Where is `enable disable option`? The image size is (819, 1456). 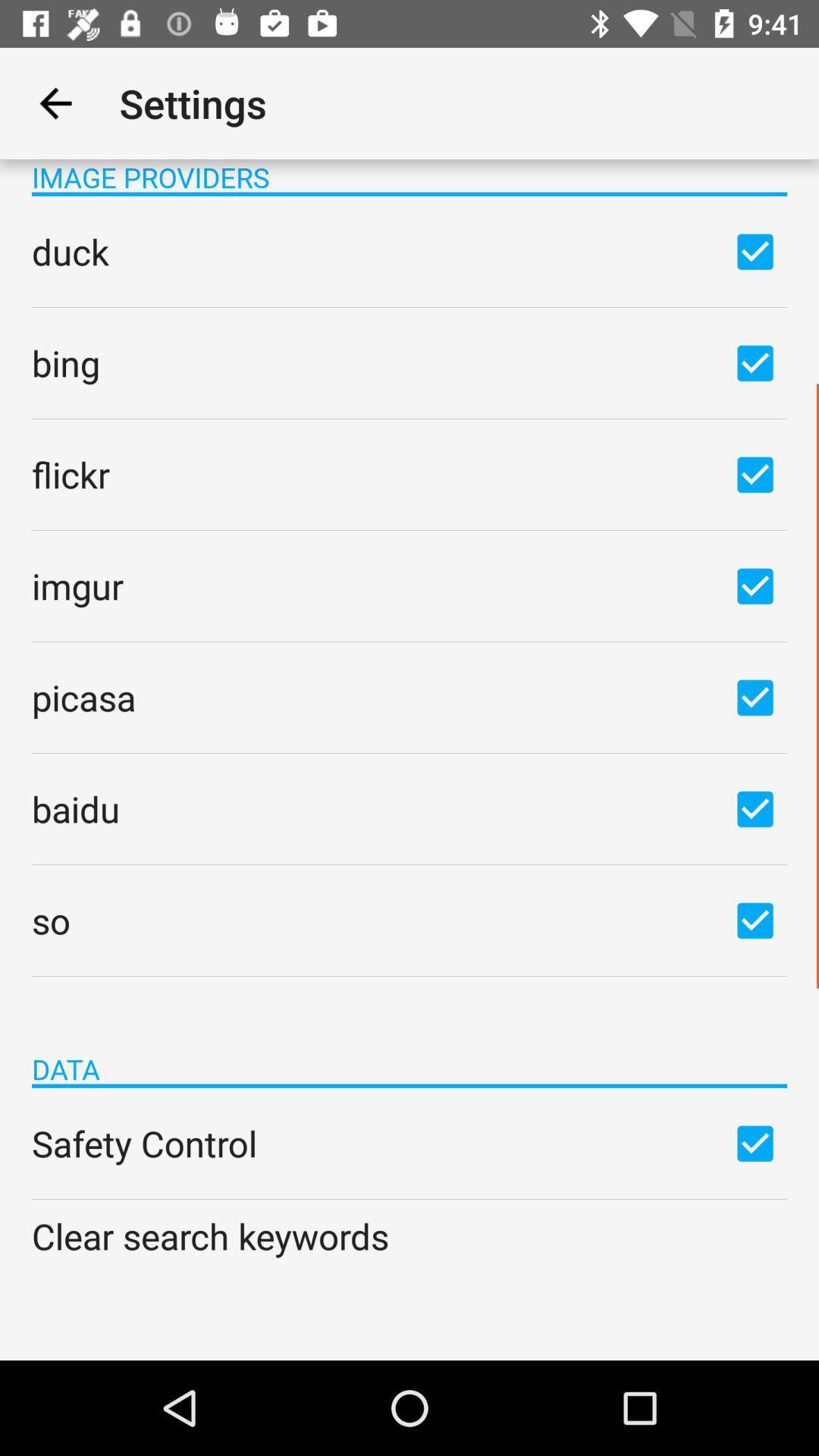
enable disable option is located at coordinates (755, 473).